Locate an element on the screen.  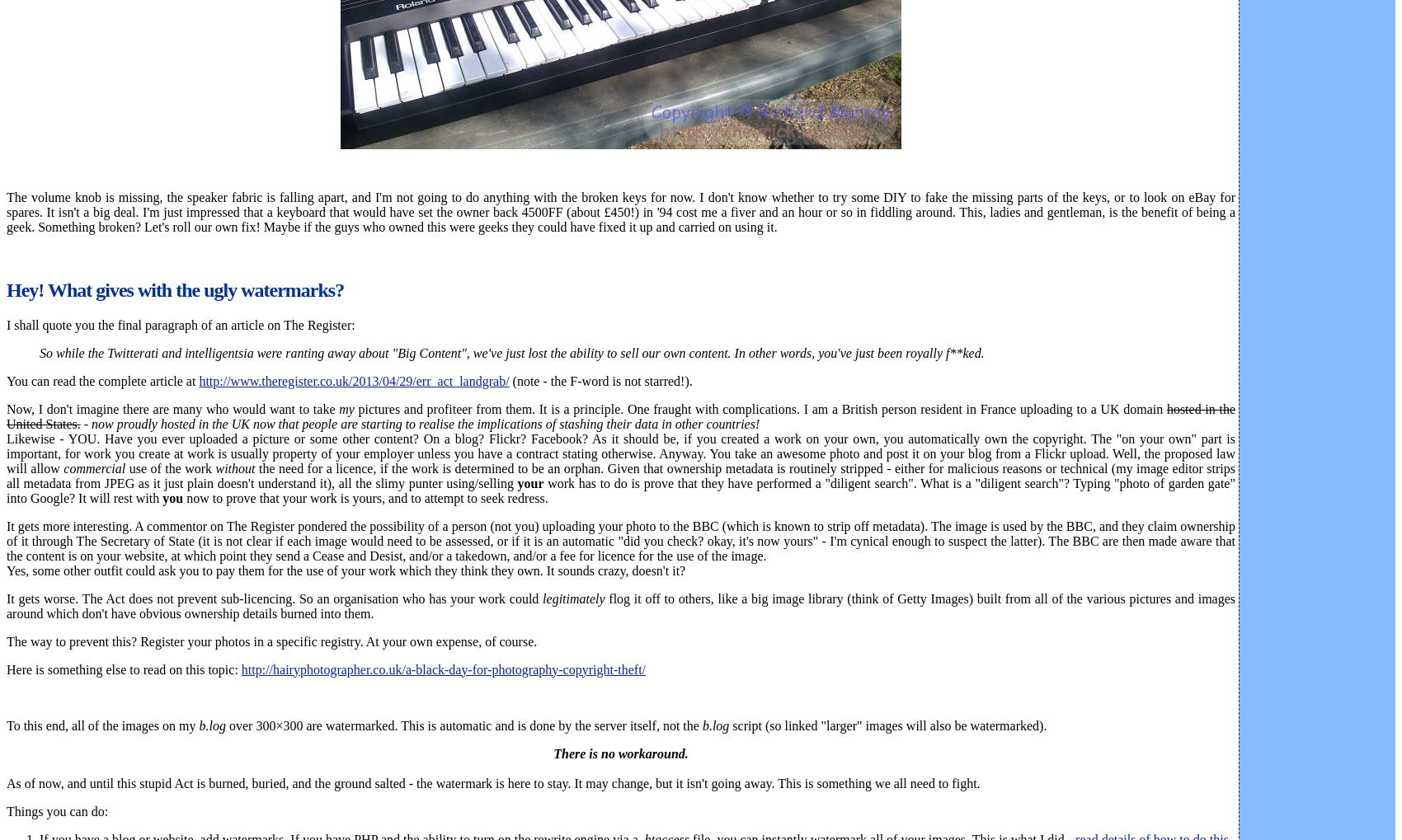
'now to prove that your work is yours, and to attempt to seek redress.' is located at coordinates (365, 497).